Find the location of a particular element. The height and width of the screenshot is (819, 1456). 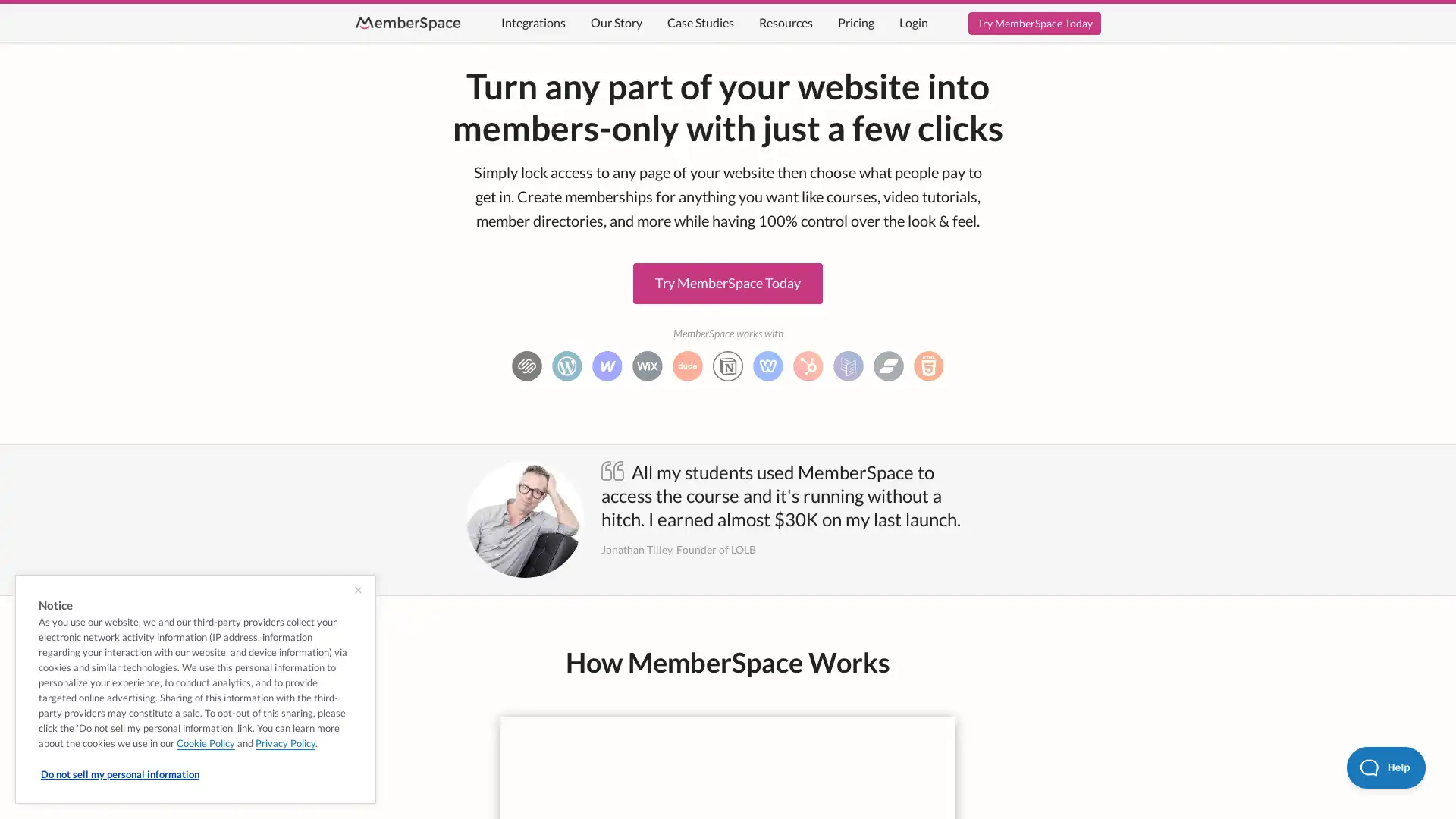

consent-close-icon is located at coordinates (357, 590).